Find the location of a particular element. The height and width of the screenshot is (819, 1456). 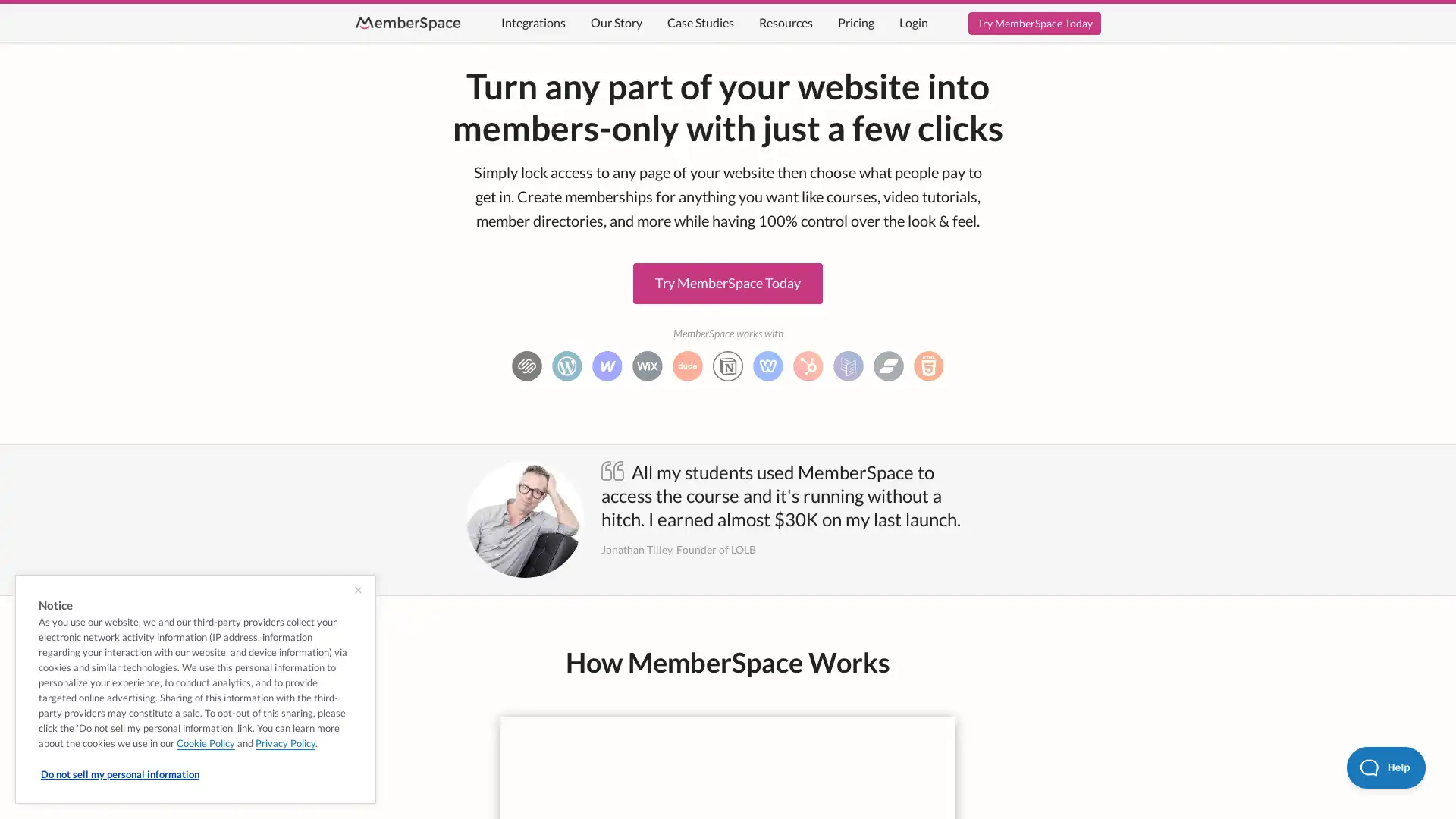

consent-close-icon is located at coordinates (357, 590).